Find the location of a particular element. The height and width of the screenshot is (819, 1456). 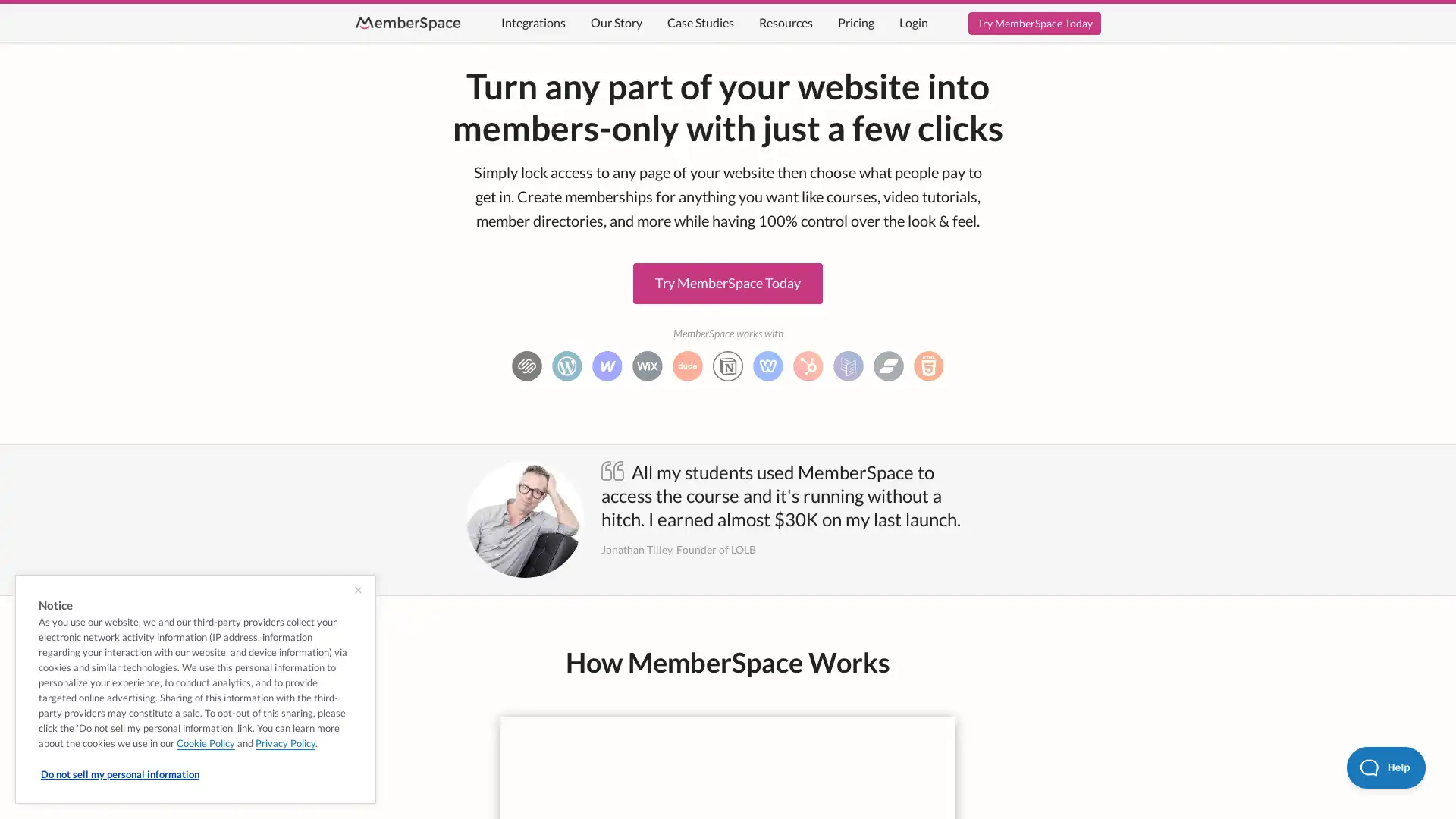

consent-close-icon is located at coordinates (357, 590).